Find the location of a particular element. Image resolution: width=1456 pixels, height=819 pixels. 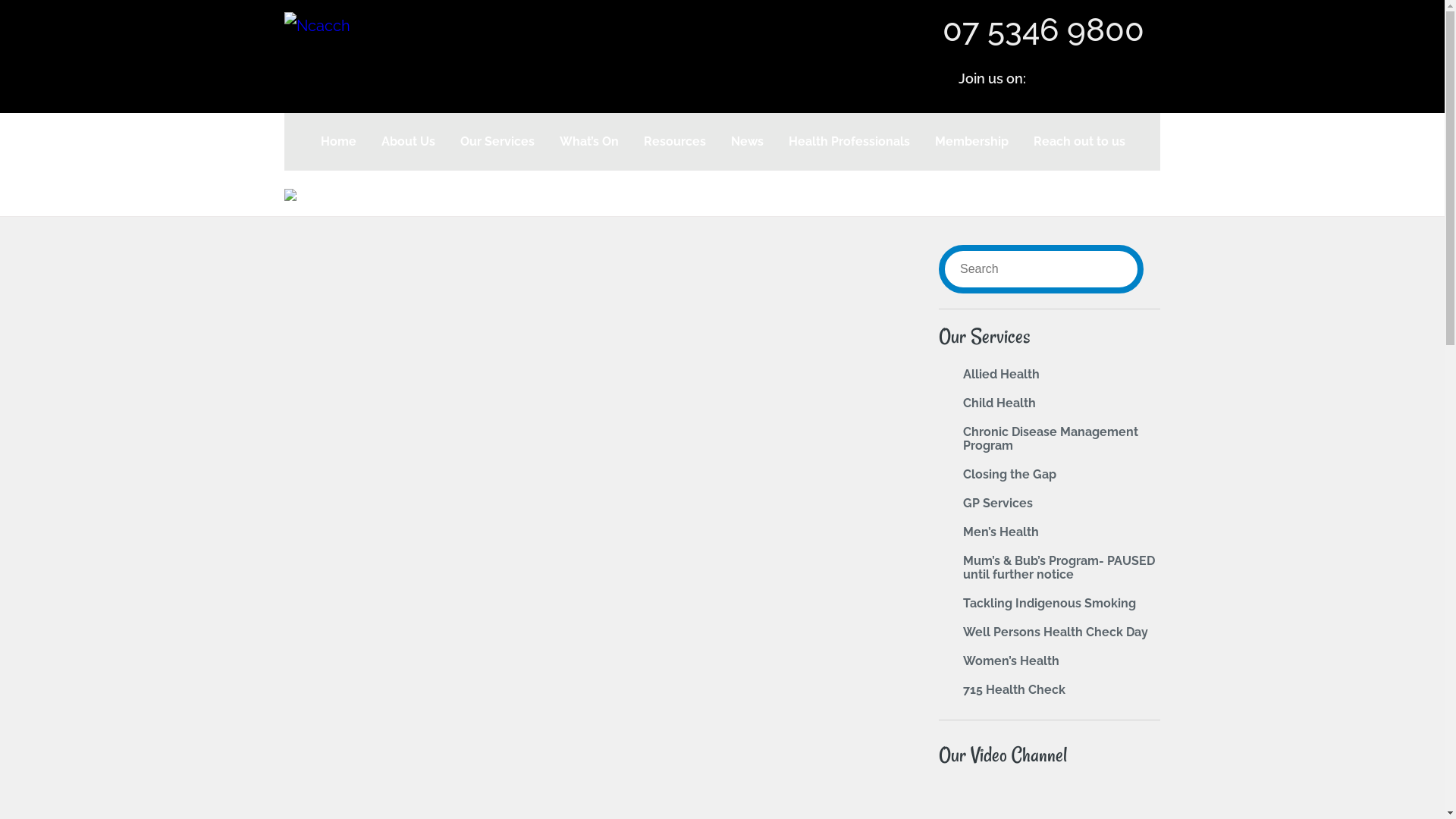

'Closing the Gap' is located at coordinates (962, 473).